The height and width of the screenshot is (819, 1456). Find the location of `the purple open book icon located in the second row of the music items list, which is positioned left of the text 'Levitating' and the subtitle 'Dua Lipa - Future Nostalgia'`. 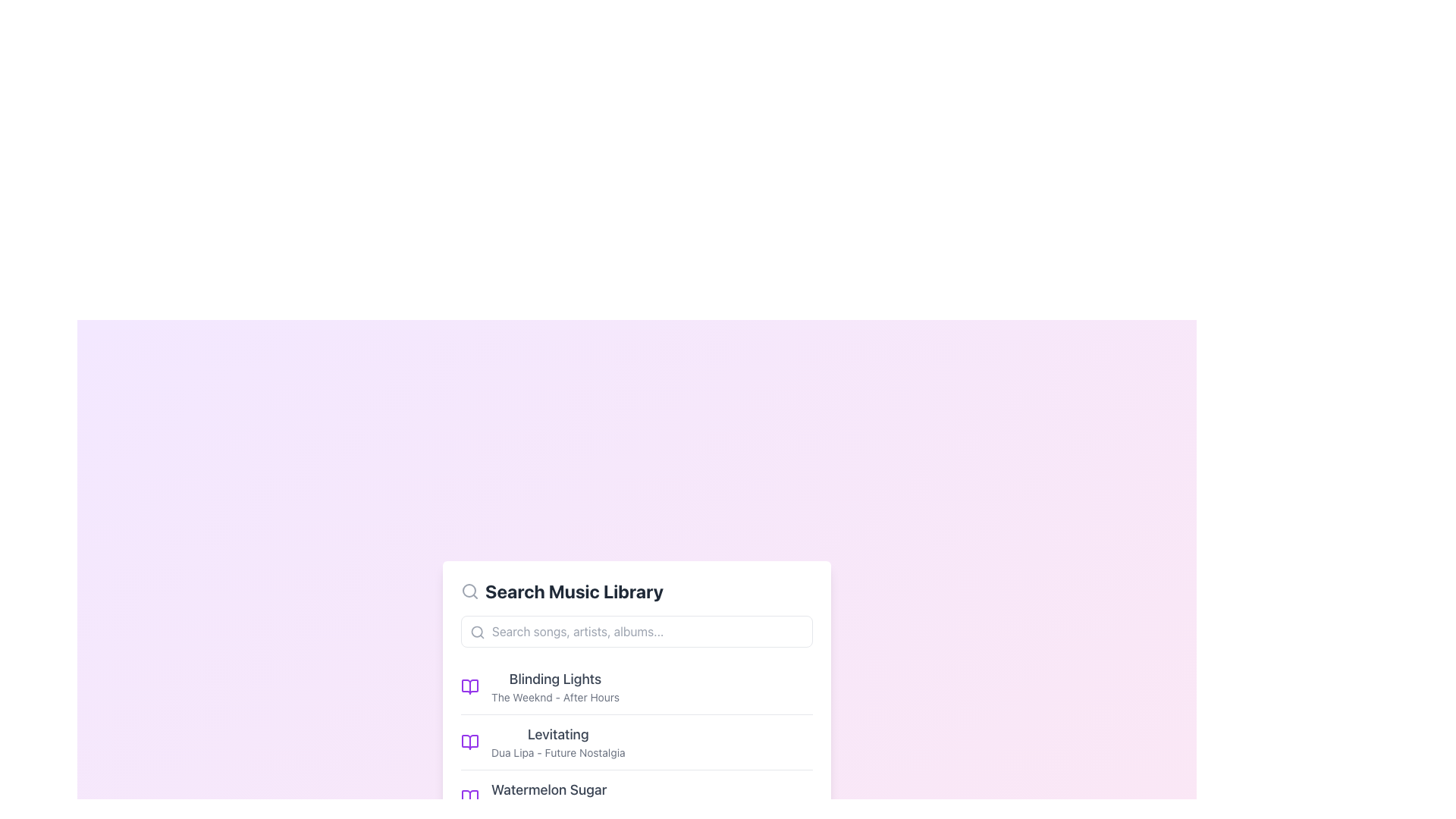

the purple open book icon located in the second row of the music items list, which is positioned left of the text 'Levitating' and the subtitle 'Dua Lipa - Future Nostalgia' is located at coordinates (469, 741).